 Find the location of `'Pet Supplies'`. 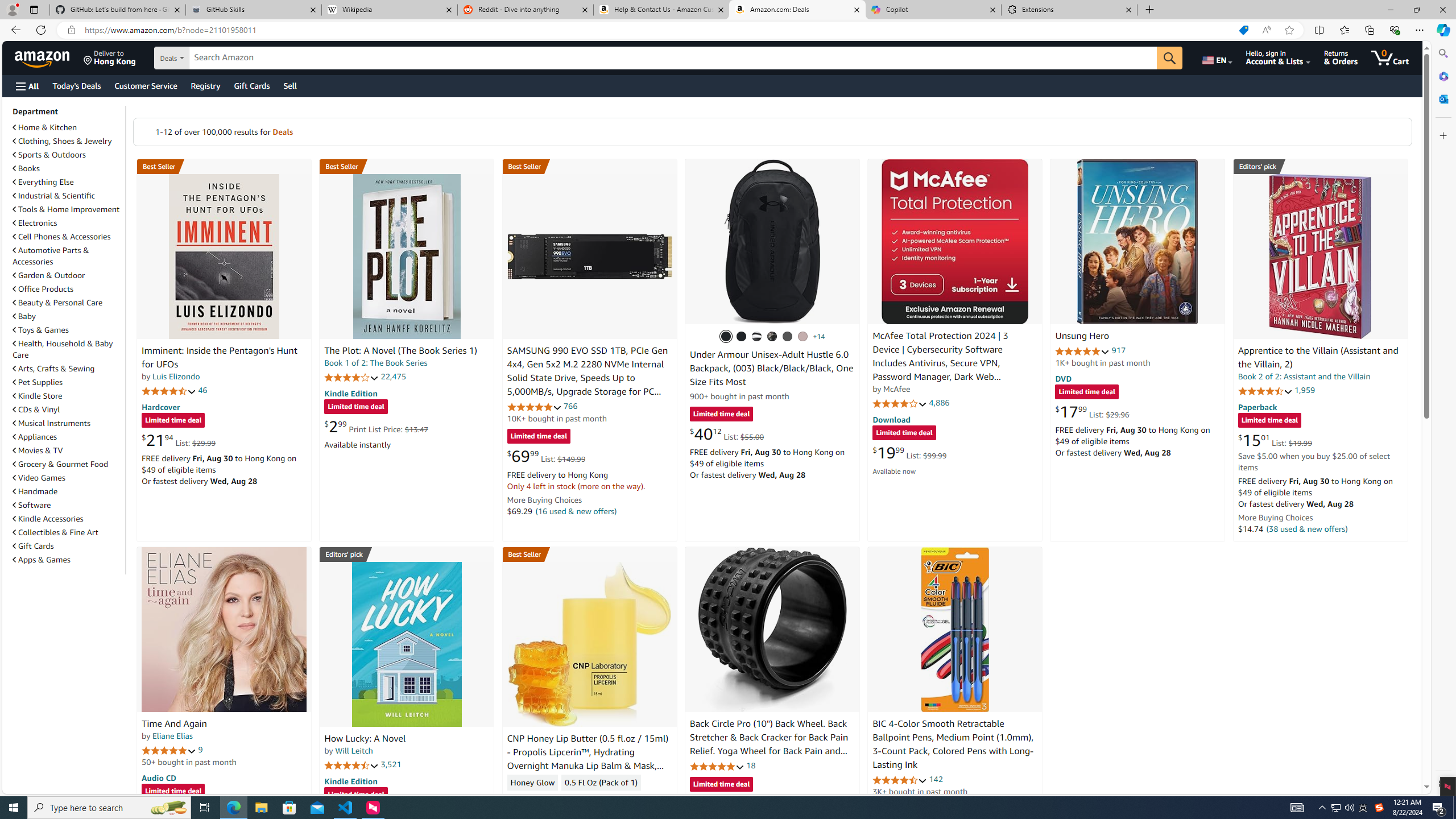

'Pet Supplies' is located at coordinates (37, 381).